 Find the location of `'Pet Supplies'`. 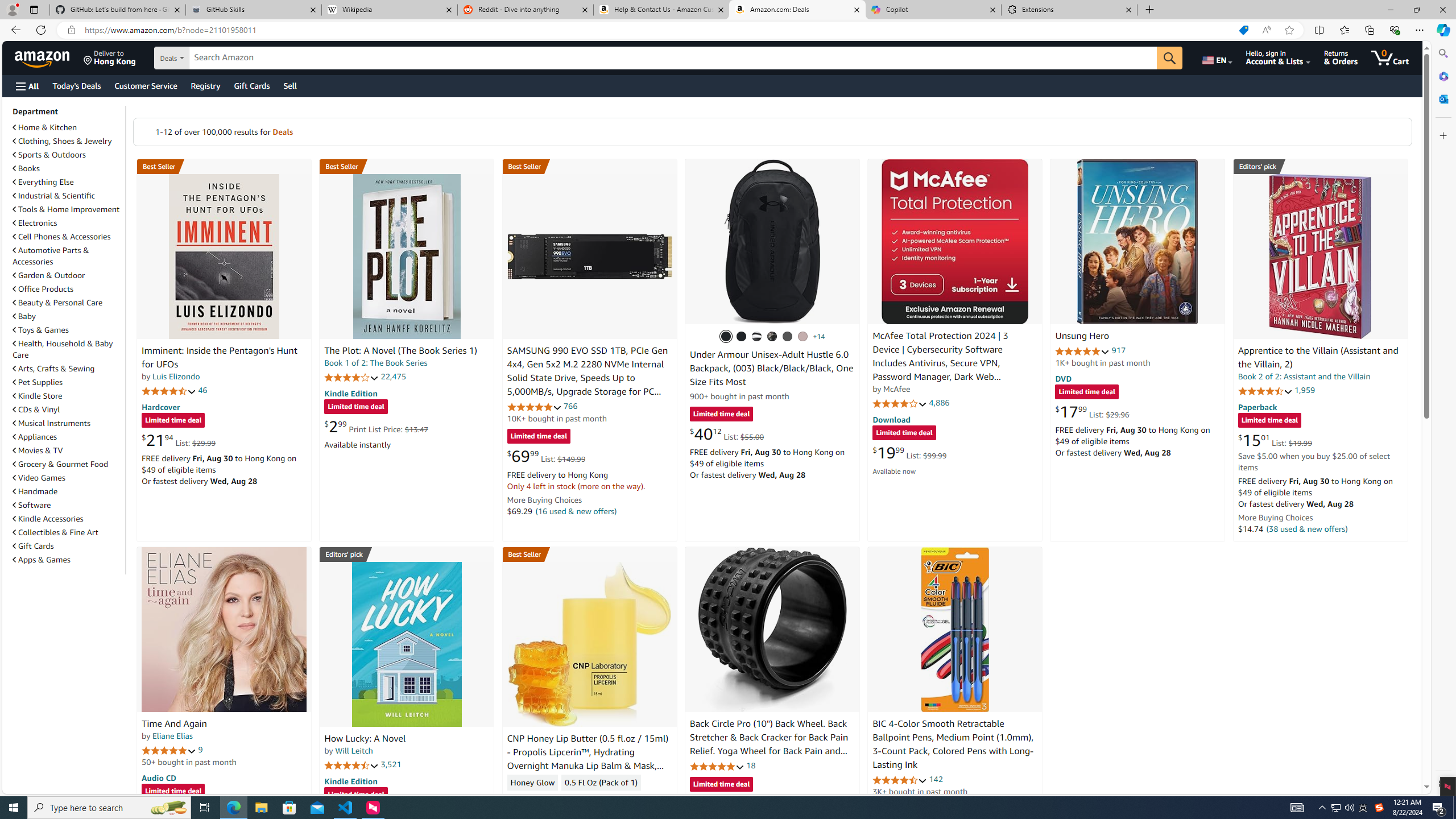

'Pet Supplies' is located at coordinates (37, 381).